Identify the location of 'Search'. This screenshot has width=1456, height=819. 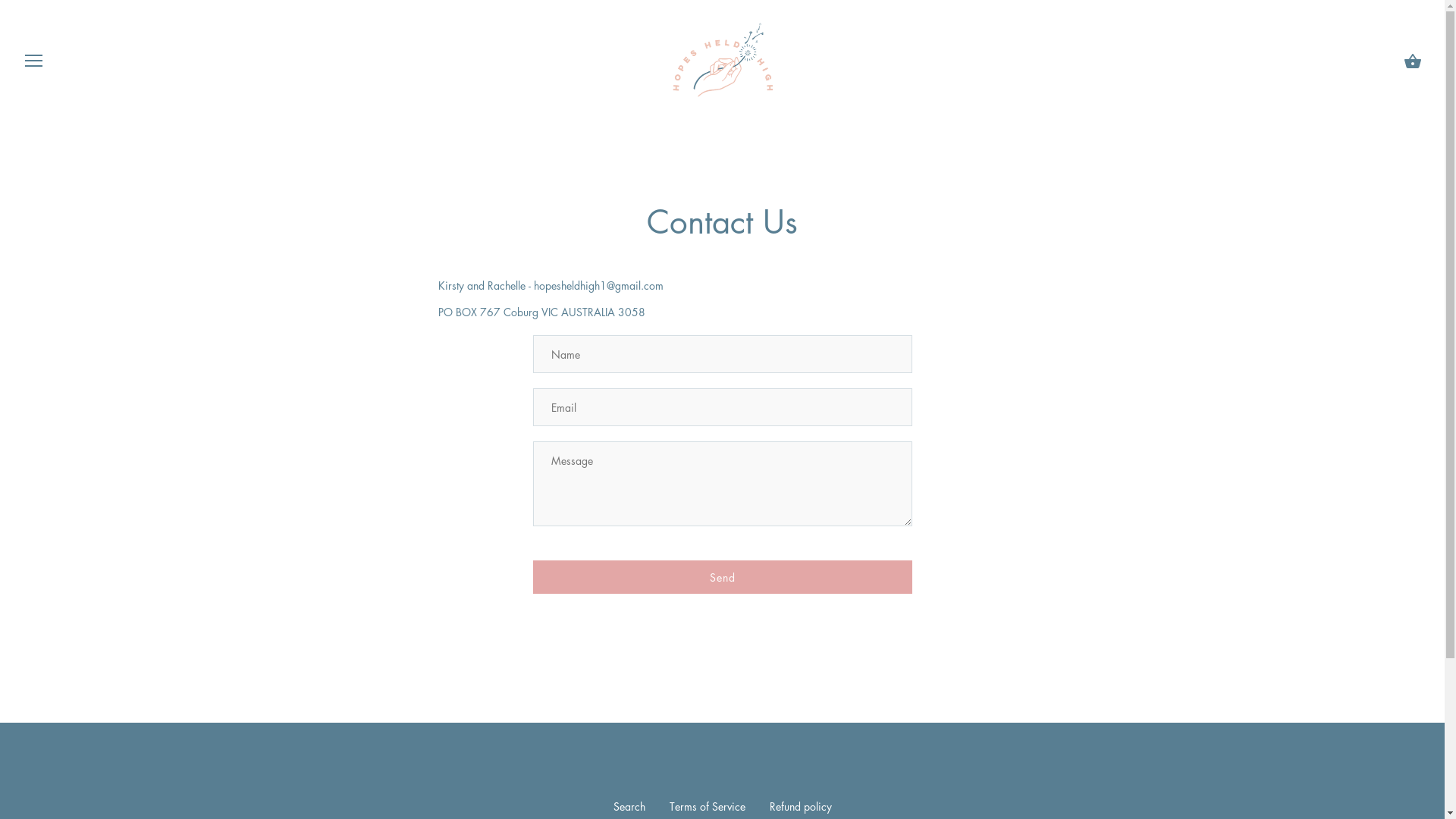
(629, 805).